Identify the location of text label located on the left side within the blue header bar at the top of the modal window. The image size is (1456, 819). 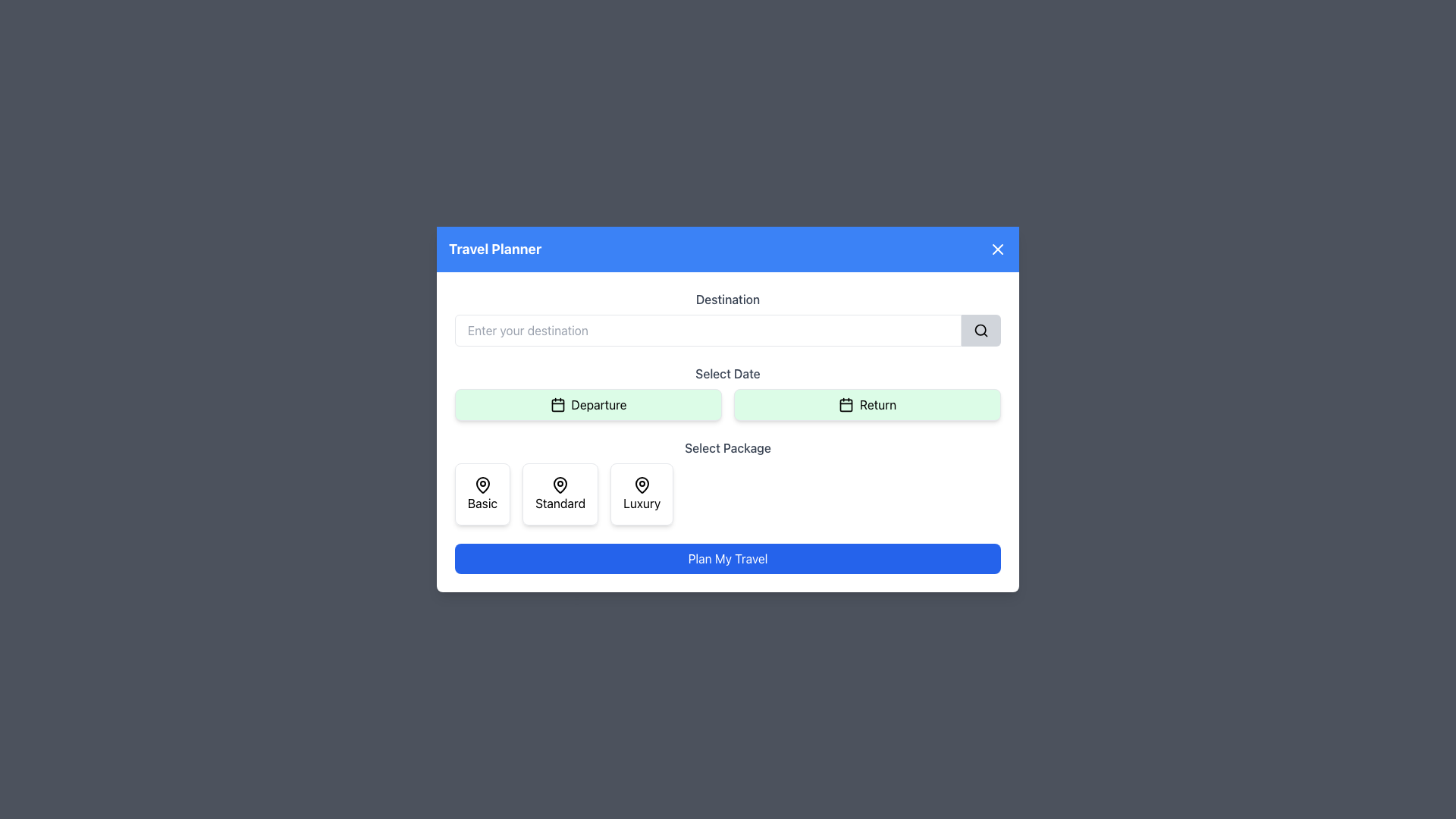
(495, 248).